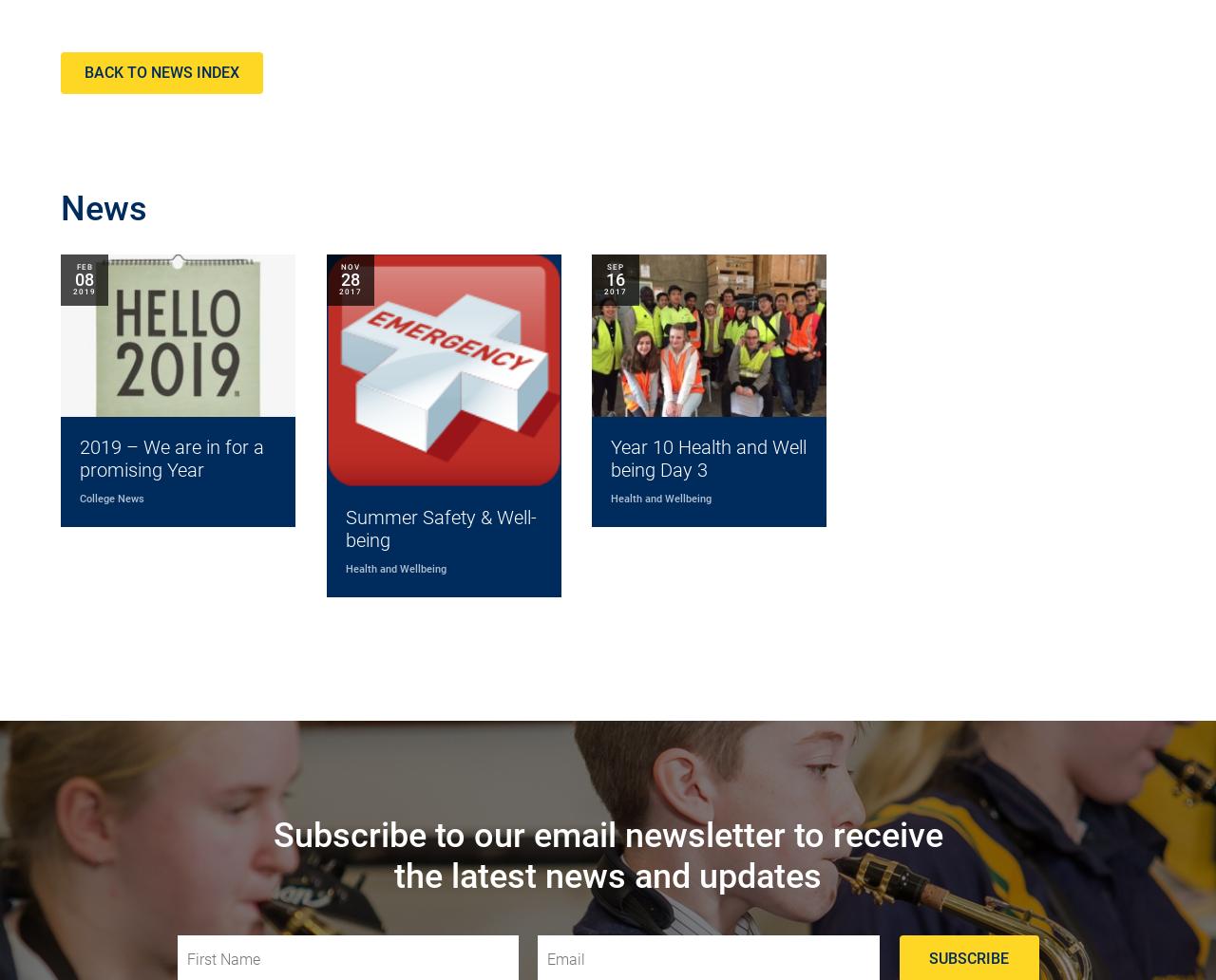 Image resolution: width=1216 pixels, height=980 pixels. Describe the element at coordinates (83, 291) in the screenshot. I see `'2019'` at that location.